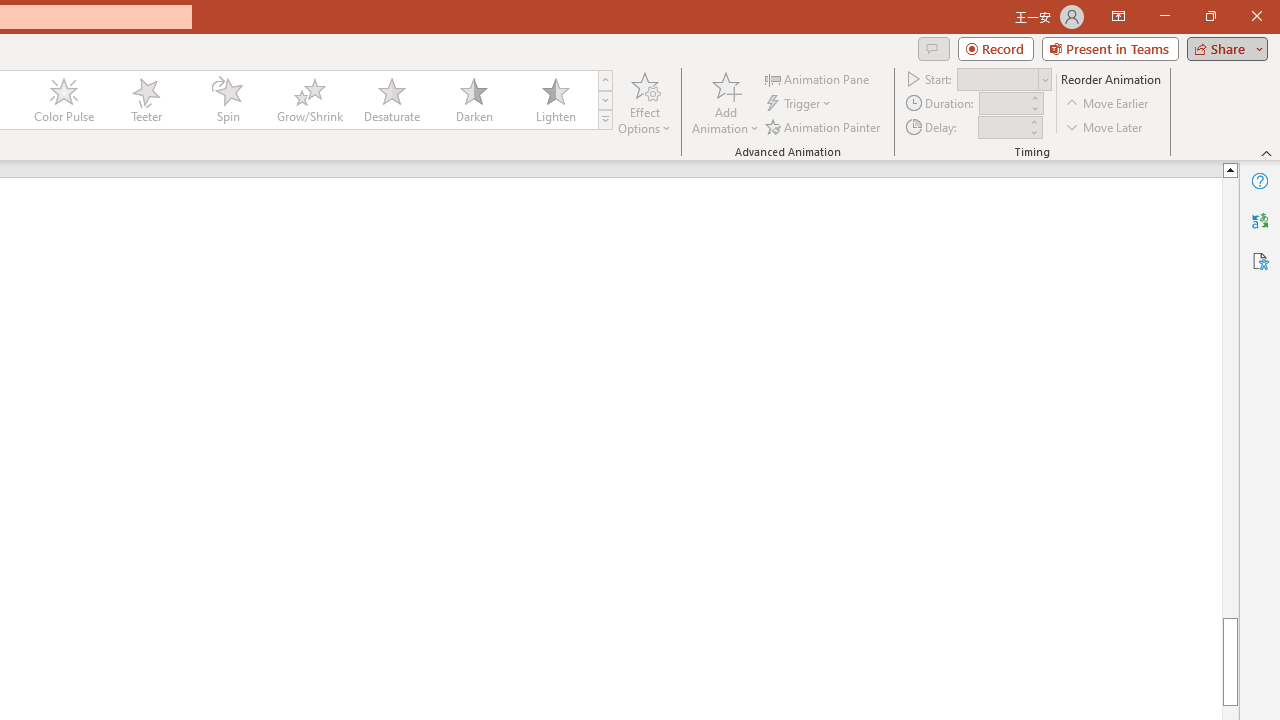 The height and width of the screenshot is (720, 1280). I want to click on 'Less', so click(1033, 132).